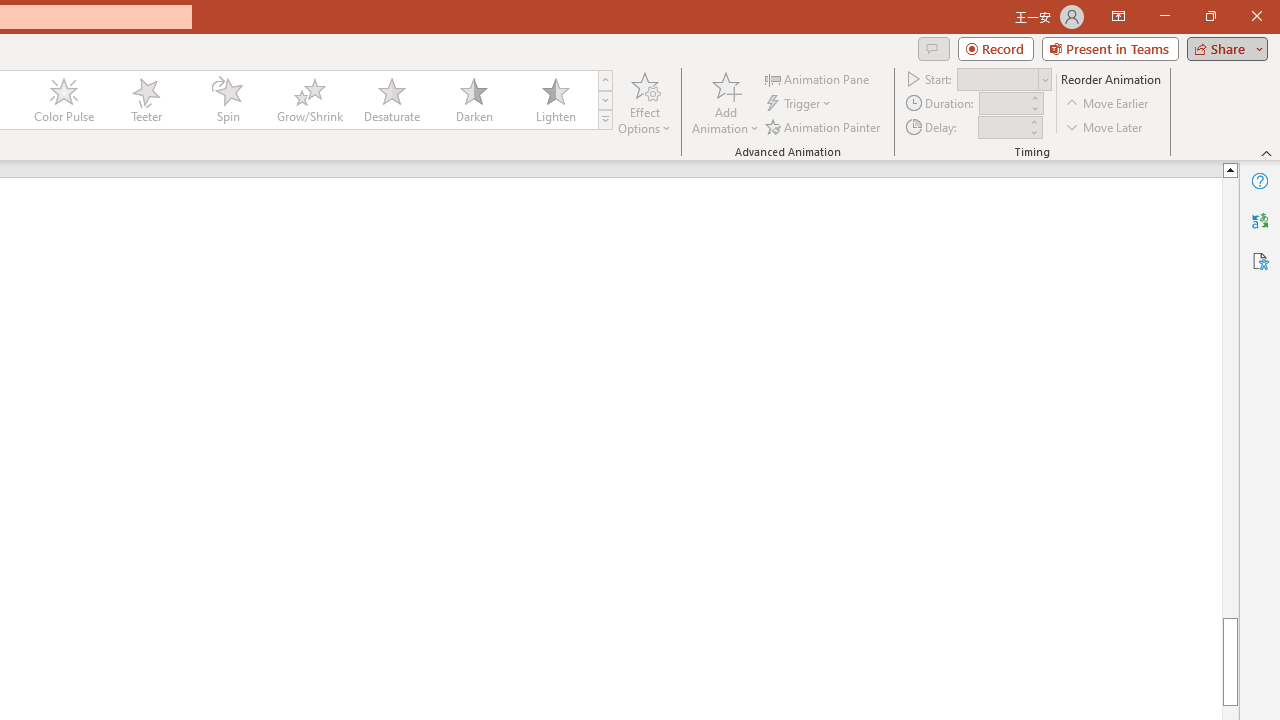 The height and width of the screenshot is (720, 1280). I want to click on 'Less', so click(1033, 132).